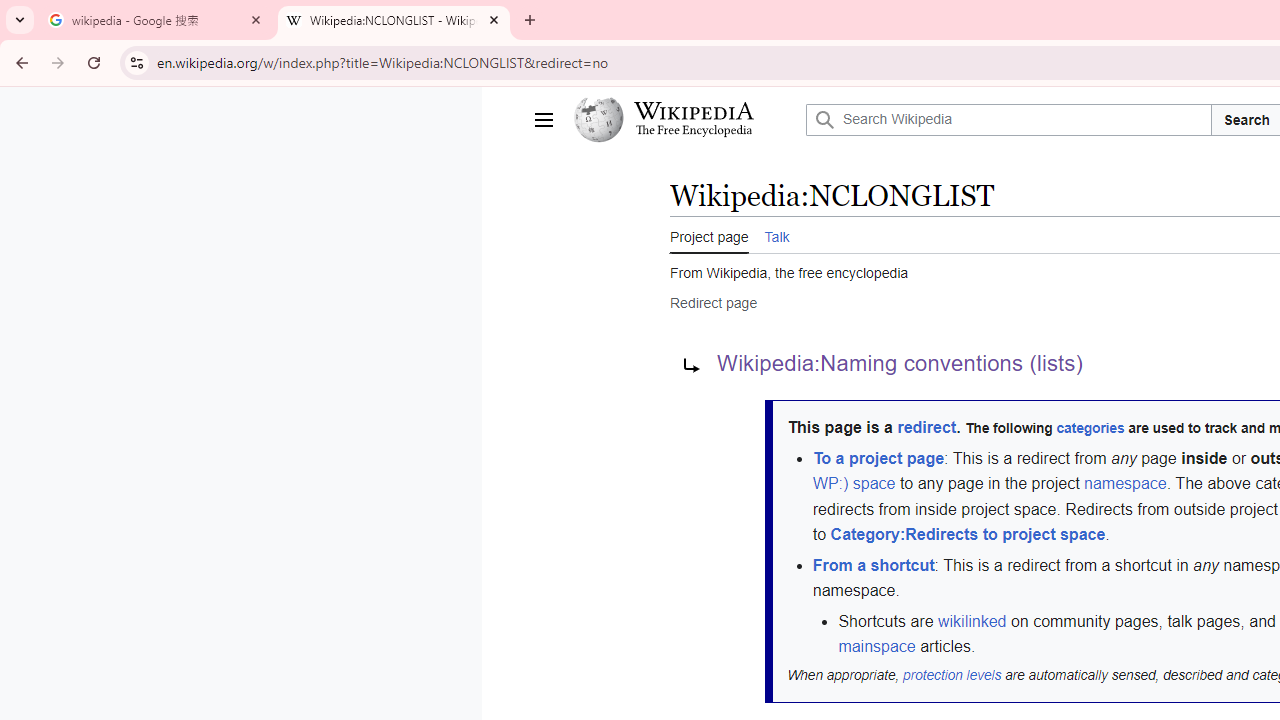  Describe the element at coordinates (394, 20) in the screenshot. I see `'Wikipedia:NCLONGLIST - Wikipedia'` at that location.